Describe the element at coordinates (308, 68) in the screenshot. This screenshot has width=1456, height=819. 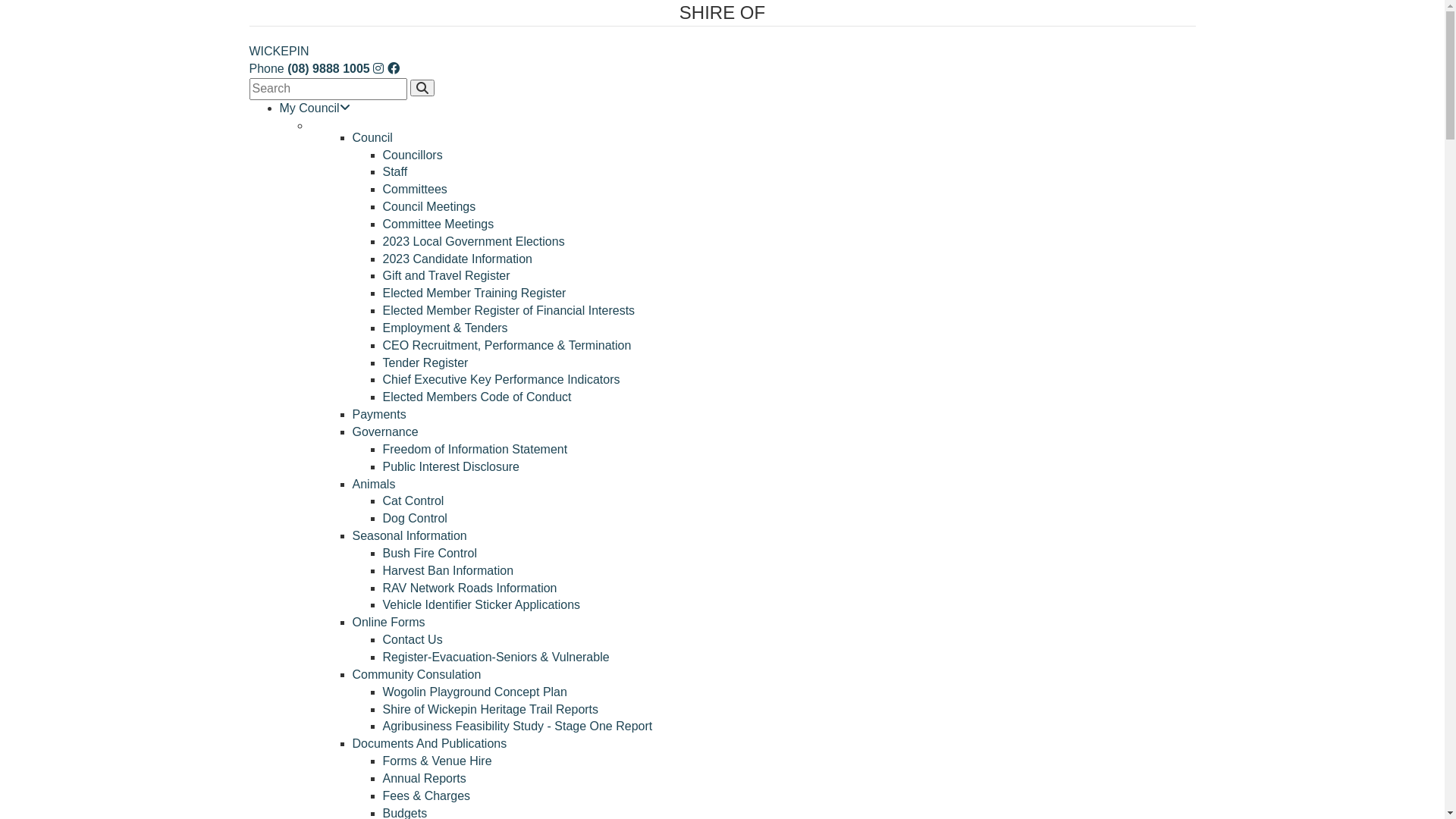
I see `'Phone (08) 9888 1005'` at that location.